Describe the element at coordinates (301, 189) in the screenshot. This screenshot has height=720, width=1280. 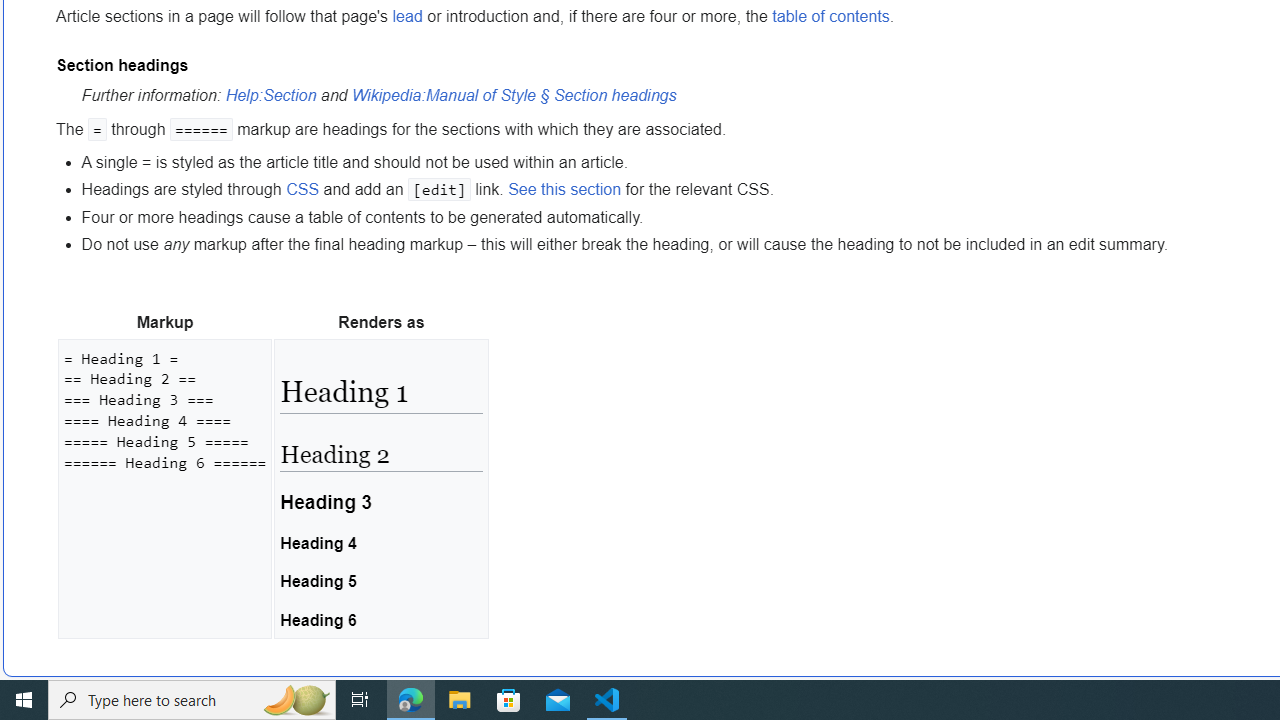
I see `'CSS'` at that location.